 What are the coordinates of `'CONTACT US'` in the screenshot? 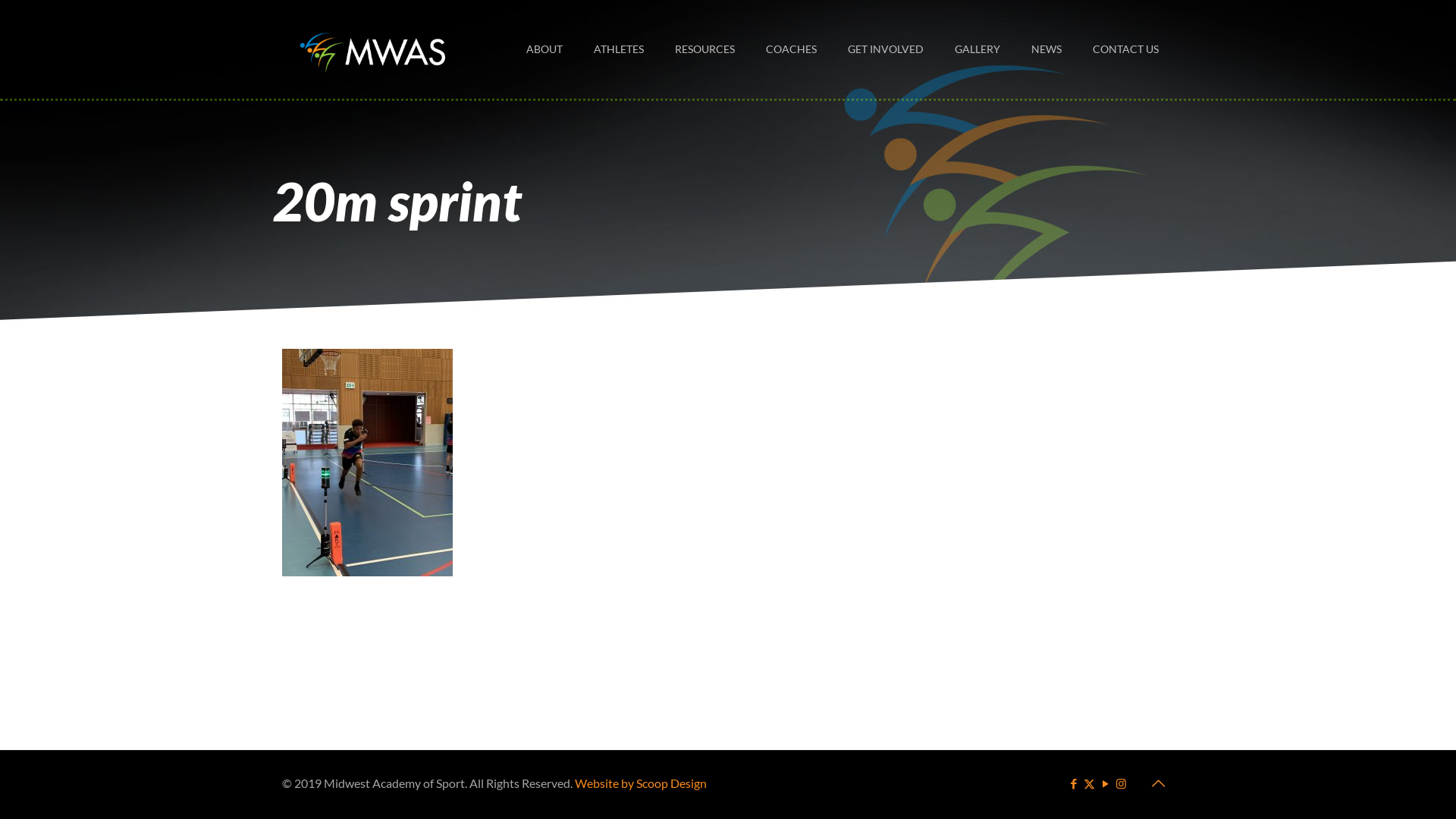 It's located at (1076, 49).